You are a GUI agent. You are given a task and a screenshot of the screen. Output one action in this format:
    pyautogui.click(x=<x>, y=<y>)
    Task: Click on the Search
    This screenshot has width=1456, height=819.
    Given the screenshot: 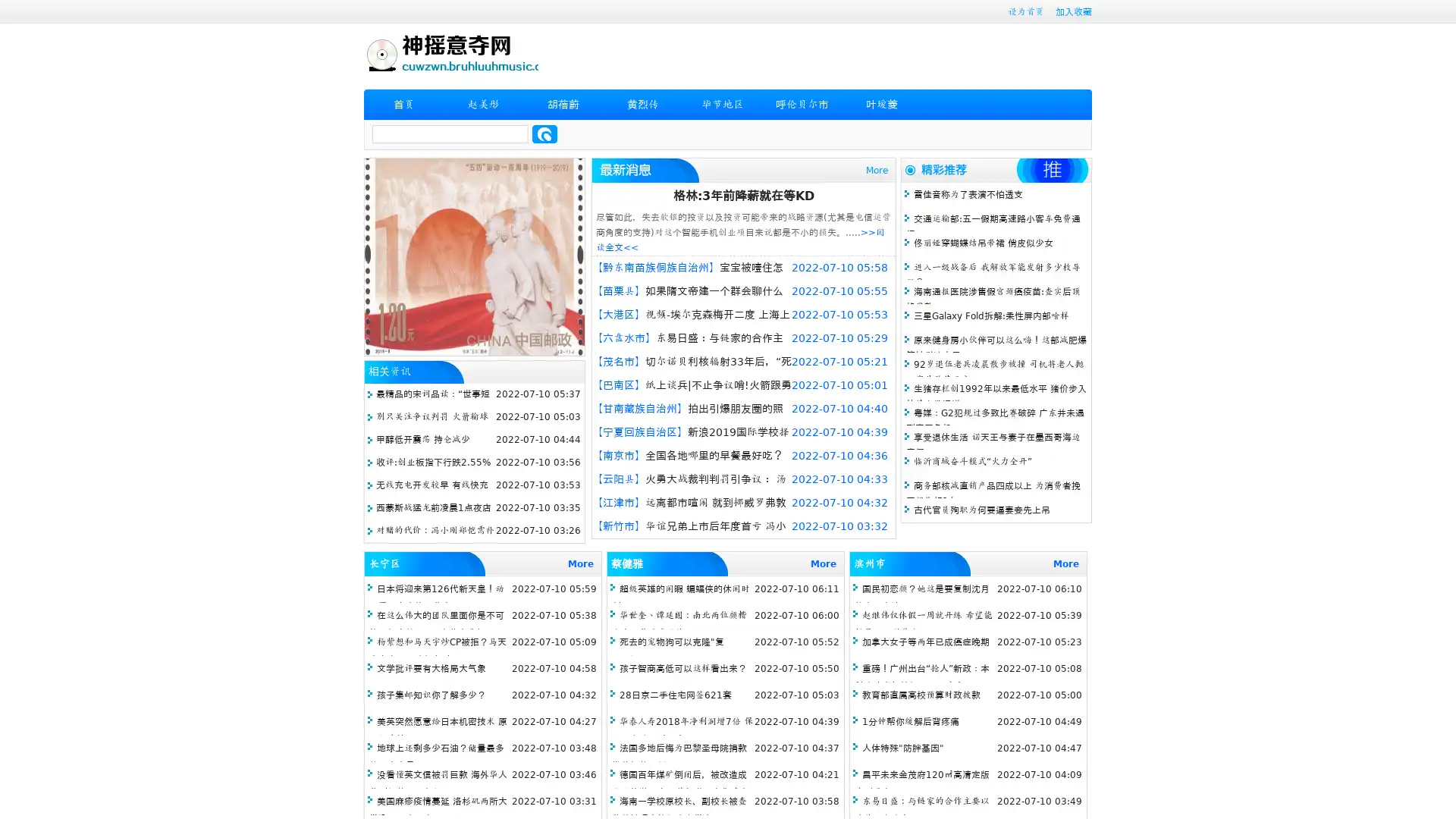 What is the action you would take?
    pyautogui.click(x=544, y=133)
    